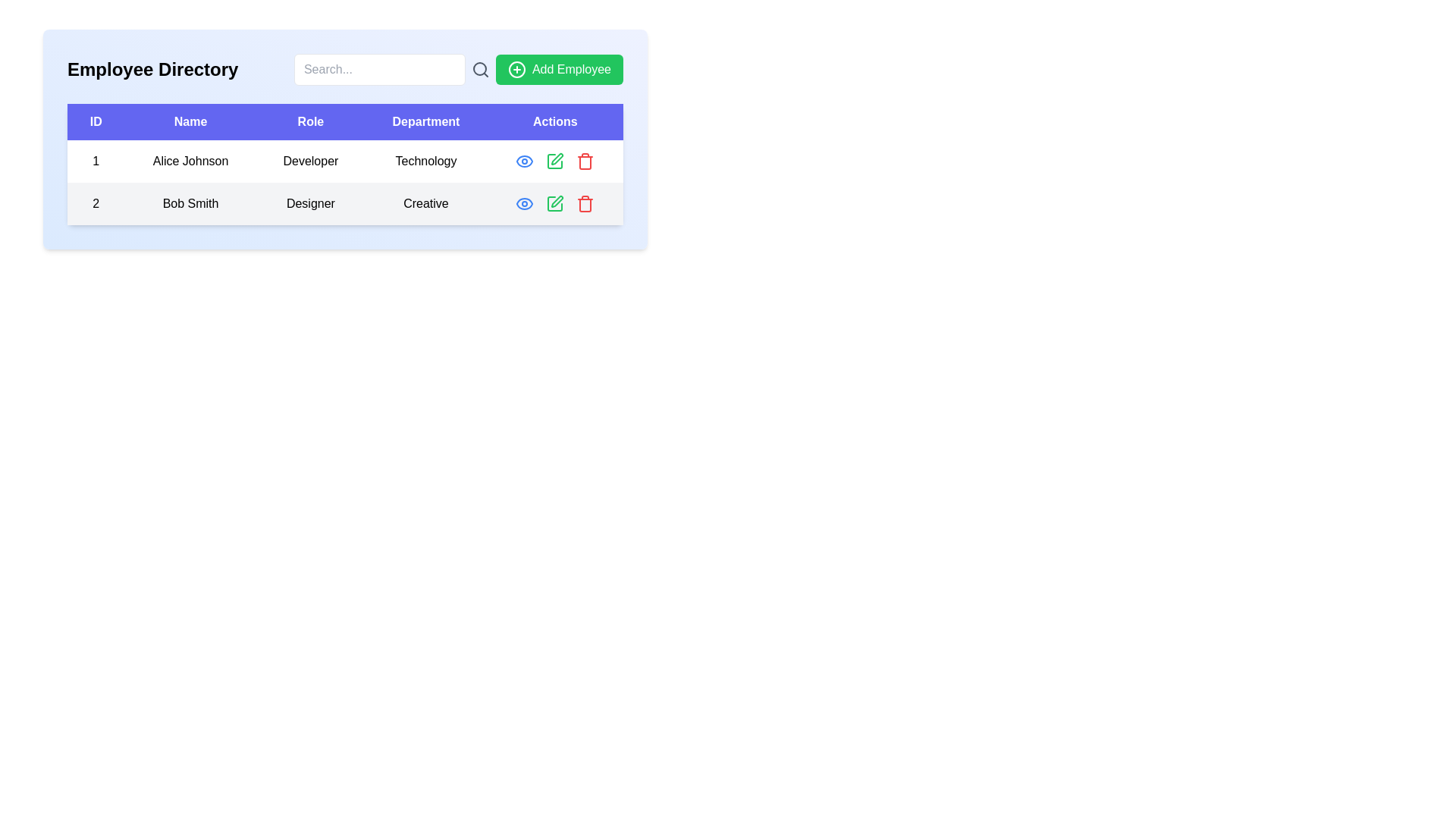 Image resolution: width=1456 pixels, height=819 pixels. What do you see at coordinates (516, 70) in the screenshot?
I see `the circular green icon with a plus symbol at the top-right corner of the UI, next to the 'Add Employee' button` at bounding box center [516, 70].